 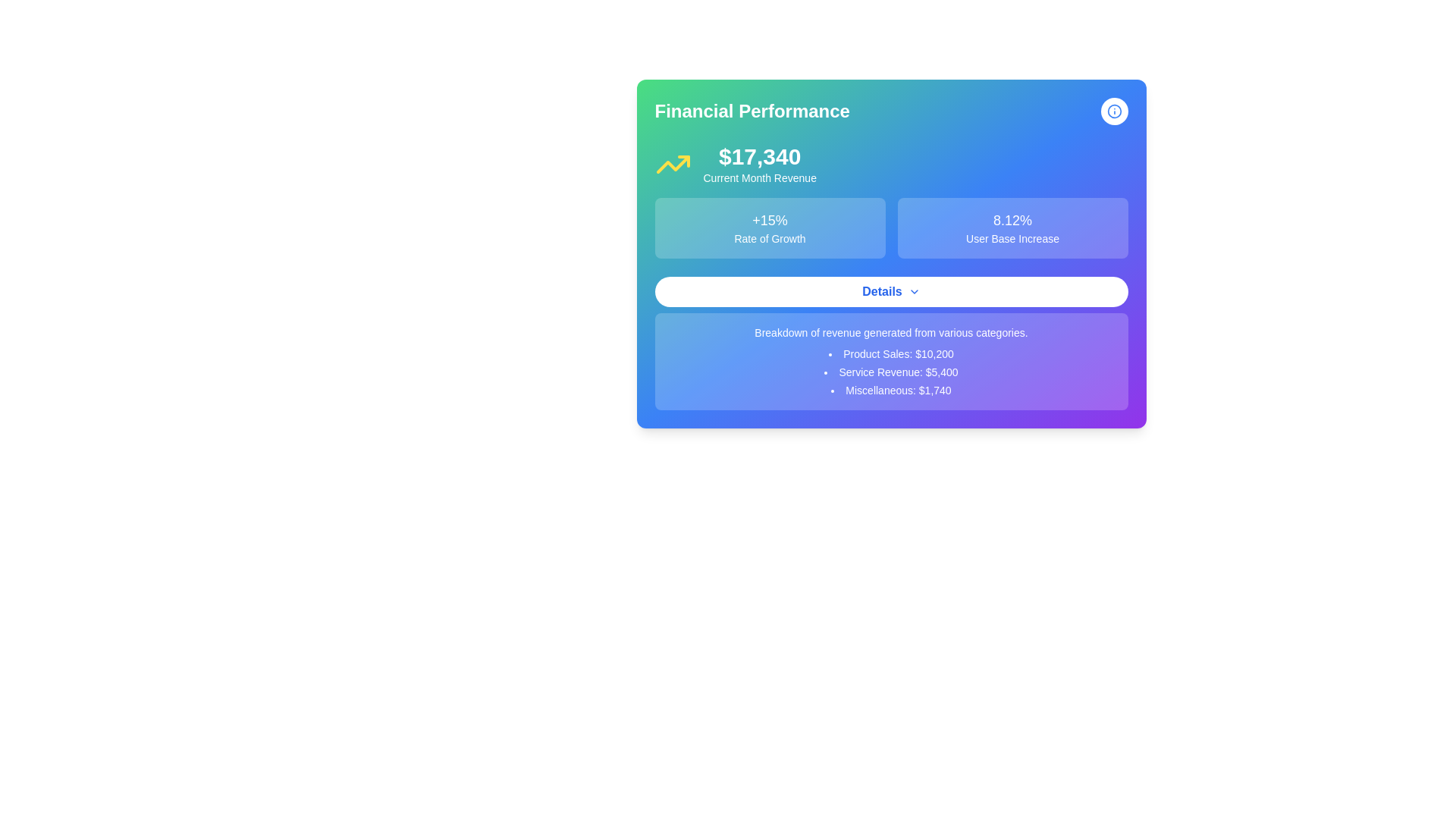 What do you see at coordinates (891, 372) in the screenshot?
I see `the second text label in the financial performance statistics panel that displays service revenue, located between 'Product Sales: $10,200' and 'Miscellaneous: $1,740'` at bounding box center [891, 372].